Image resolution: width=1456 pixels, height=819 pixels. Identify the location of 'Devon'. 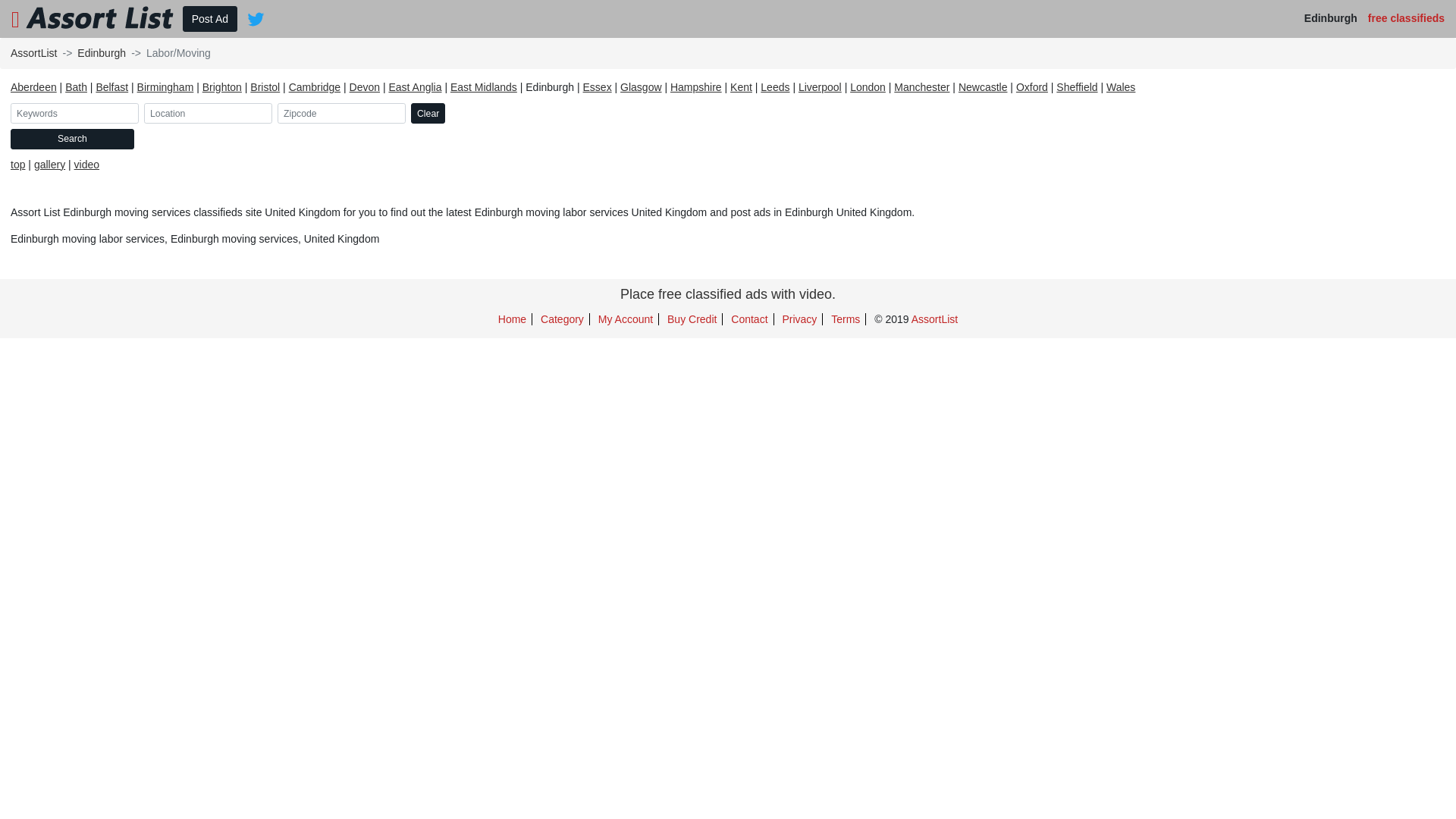
(348, 87).